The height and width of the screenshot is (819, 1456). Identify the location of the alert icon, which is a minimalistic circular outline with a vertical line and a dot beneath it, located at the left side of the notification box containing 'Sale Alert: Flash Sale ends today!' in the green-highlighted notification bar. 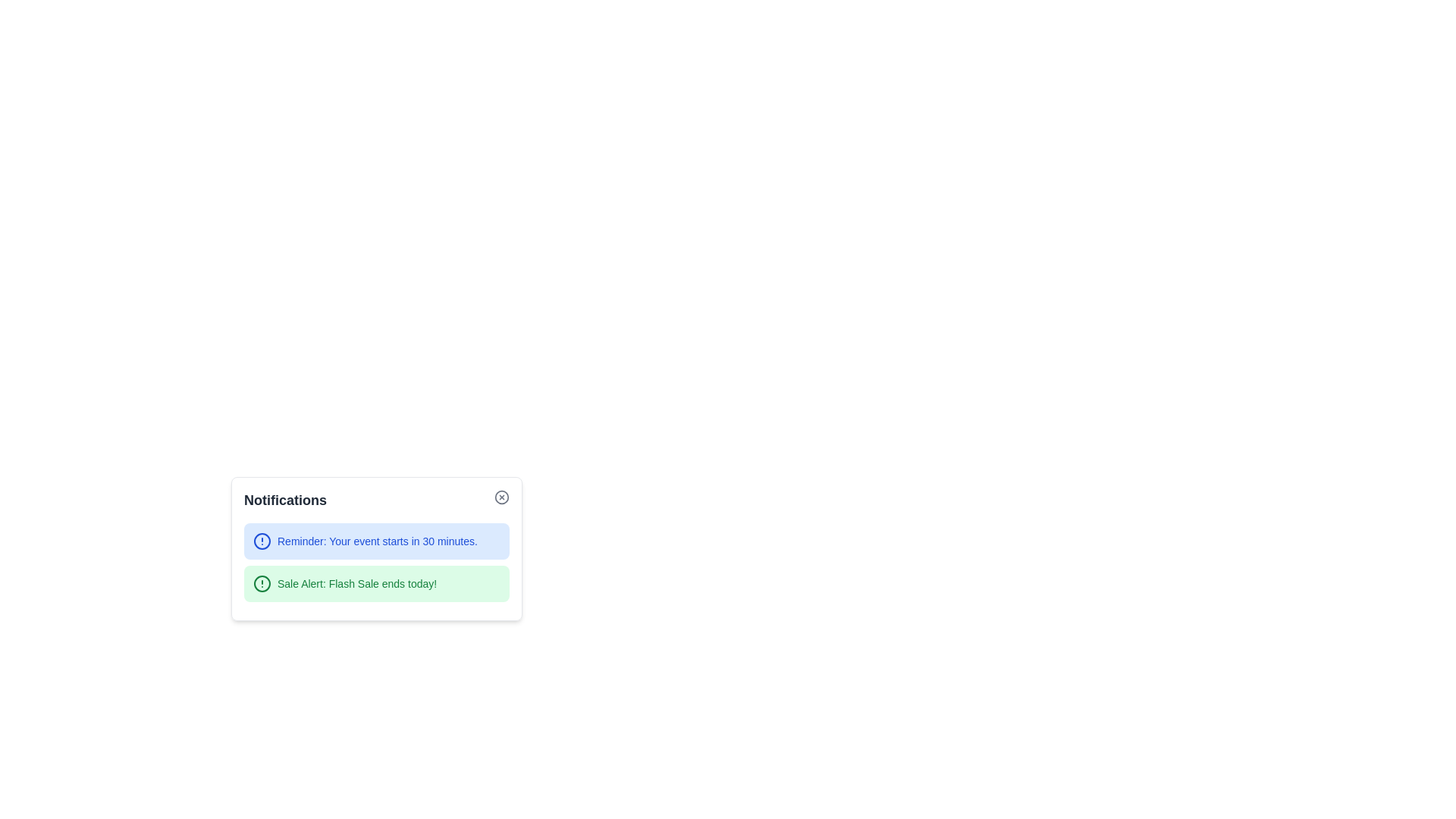
(262, 583).